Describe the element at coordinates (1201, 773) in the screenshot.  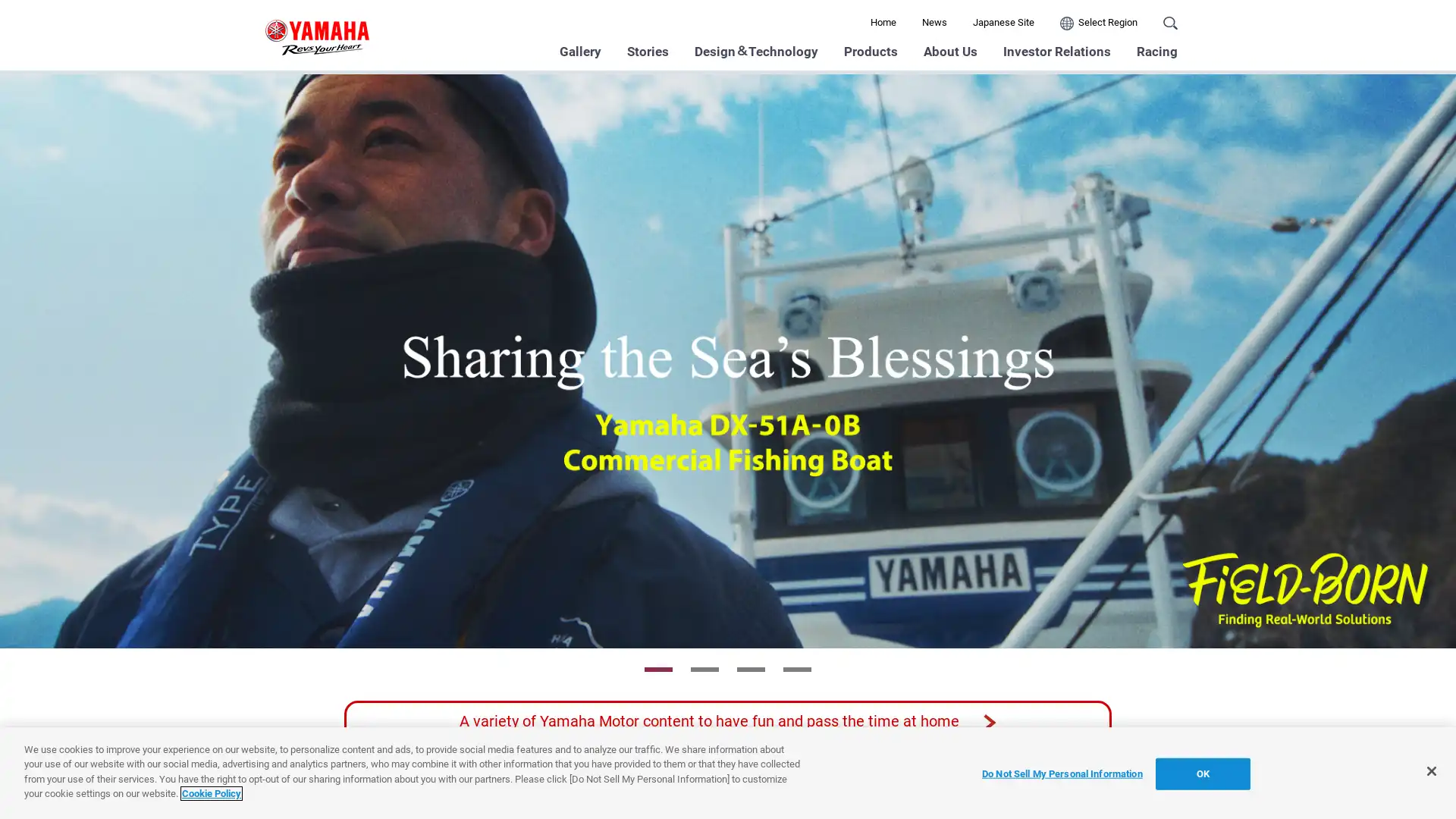
I see `OK` at that location.